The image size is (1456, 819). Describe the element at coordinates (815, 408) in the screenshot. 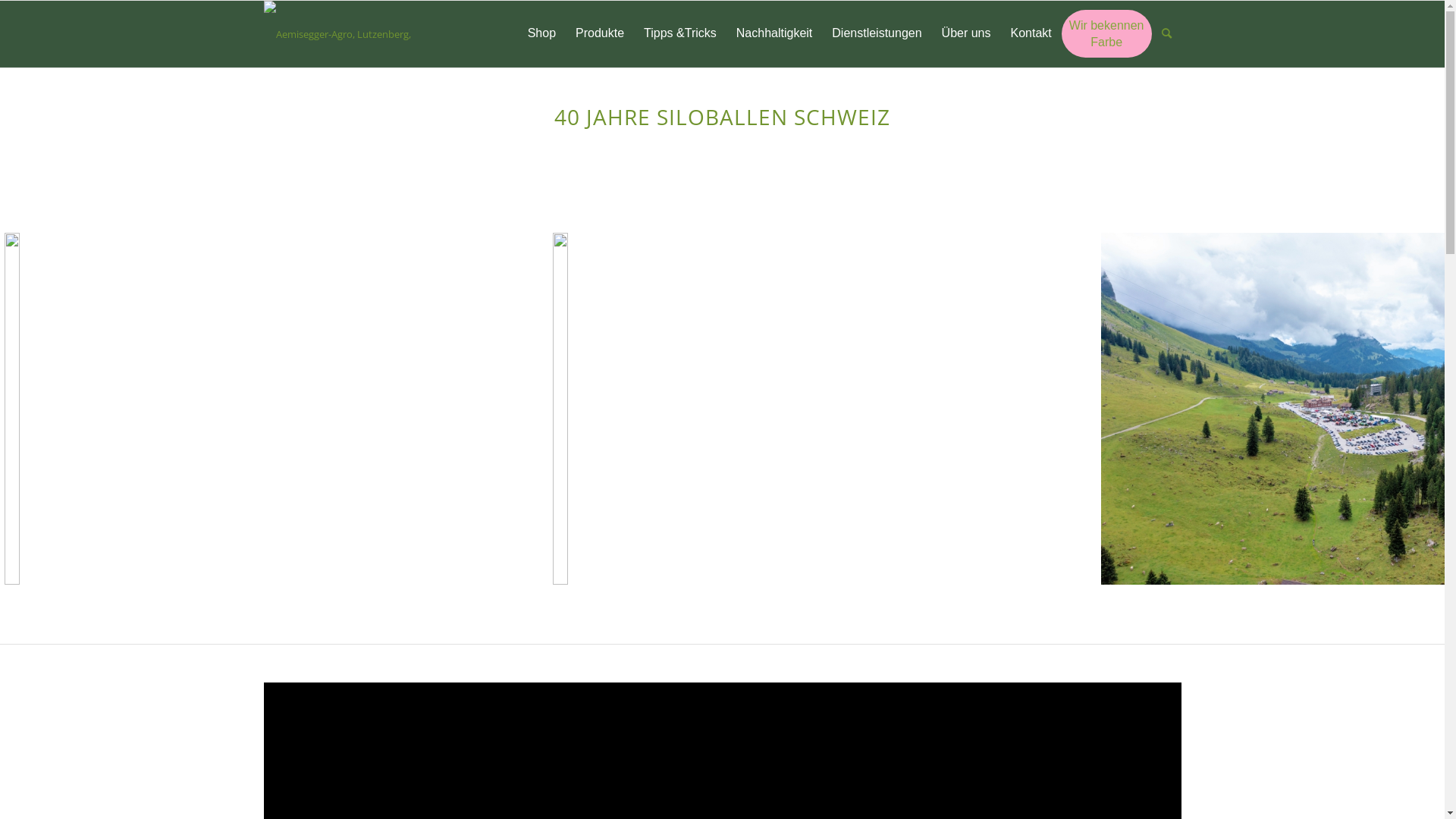

I see `'A1_07745gehrig'` at that location.